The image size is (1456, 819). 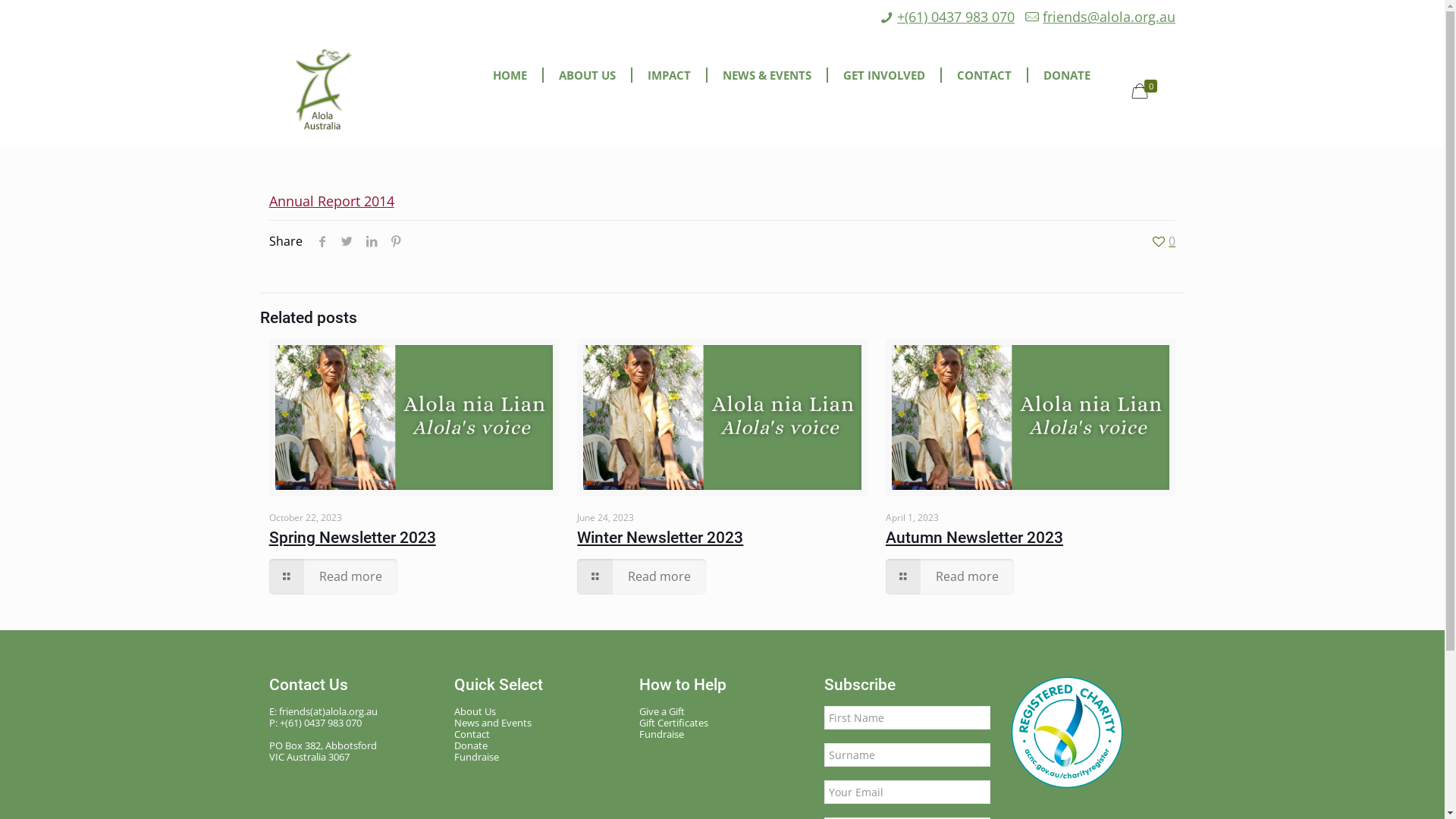 What do you see at coordinates (510, 75) in the screenshot?
I see `'HOME'` at bounding box center [510, 75].